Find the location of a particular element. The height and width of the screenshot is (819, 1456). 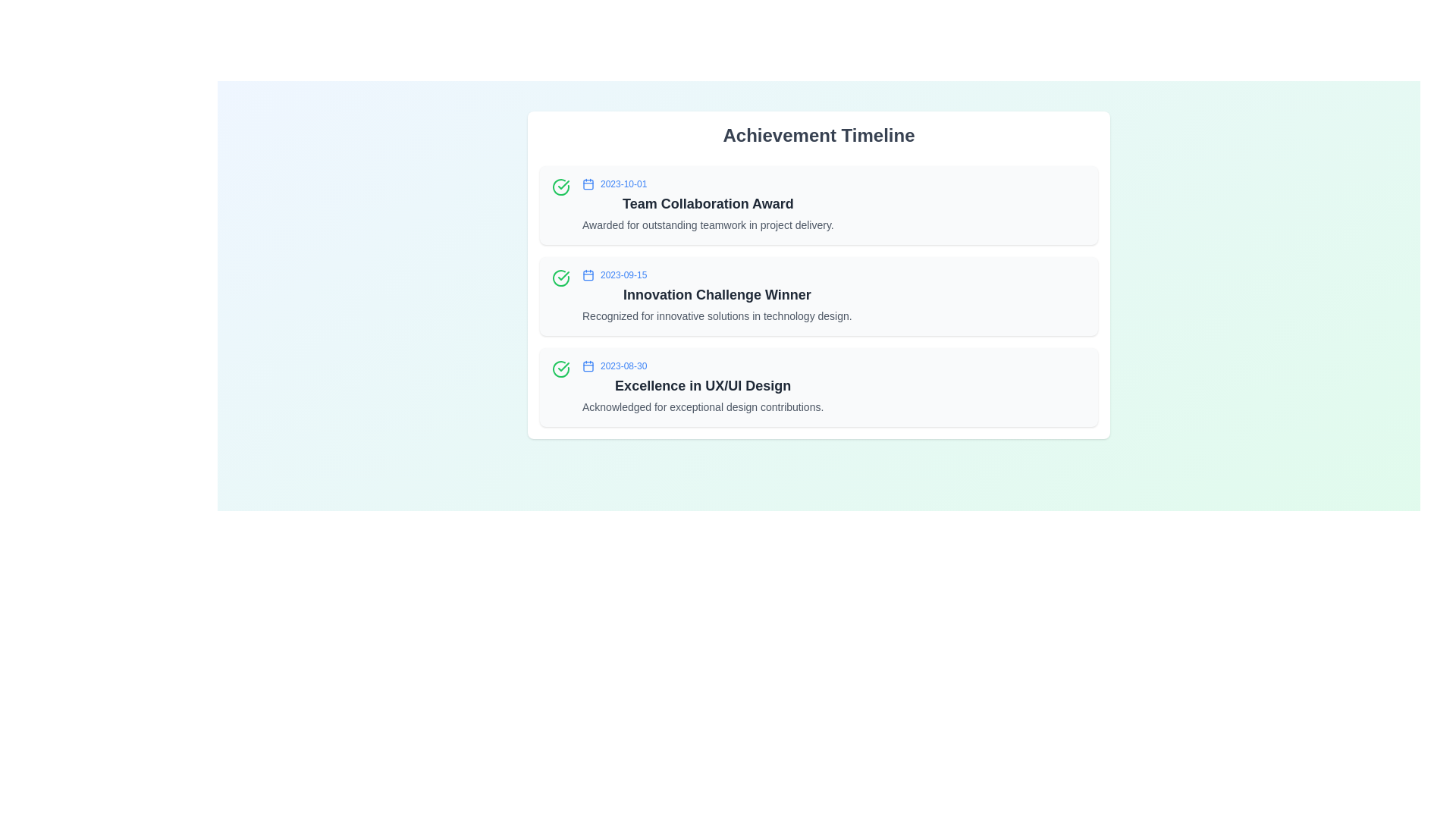

the text label styled with a bold font and gray color displaying 'Innovation Challenge Winner', which is located in the center of the second entry box in the timeline is located at coordinates (716, 295).